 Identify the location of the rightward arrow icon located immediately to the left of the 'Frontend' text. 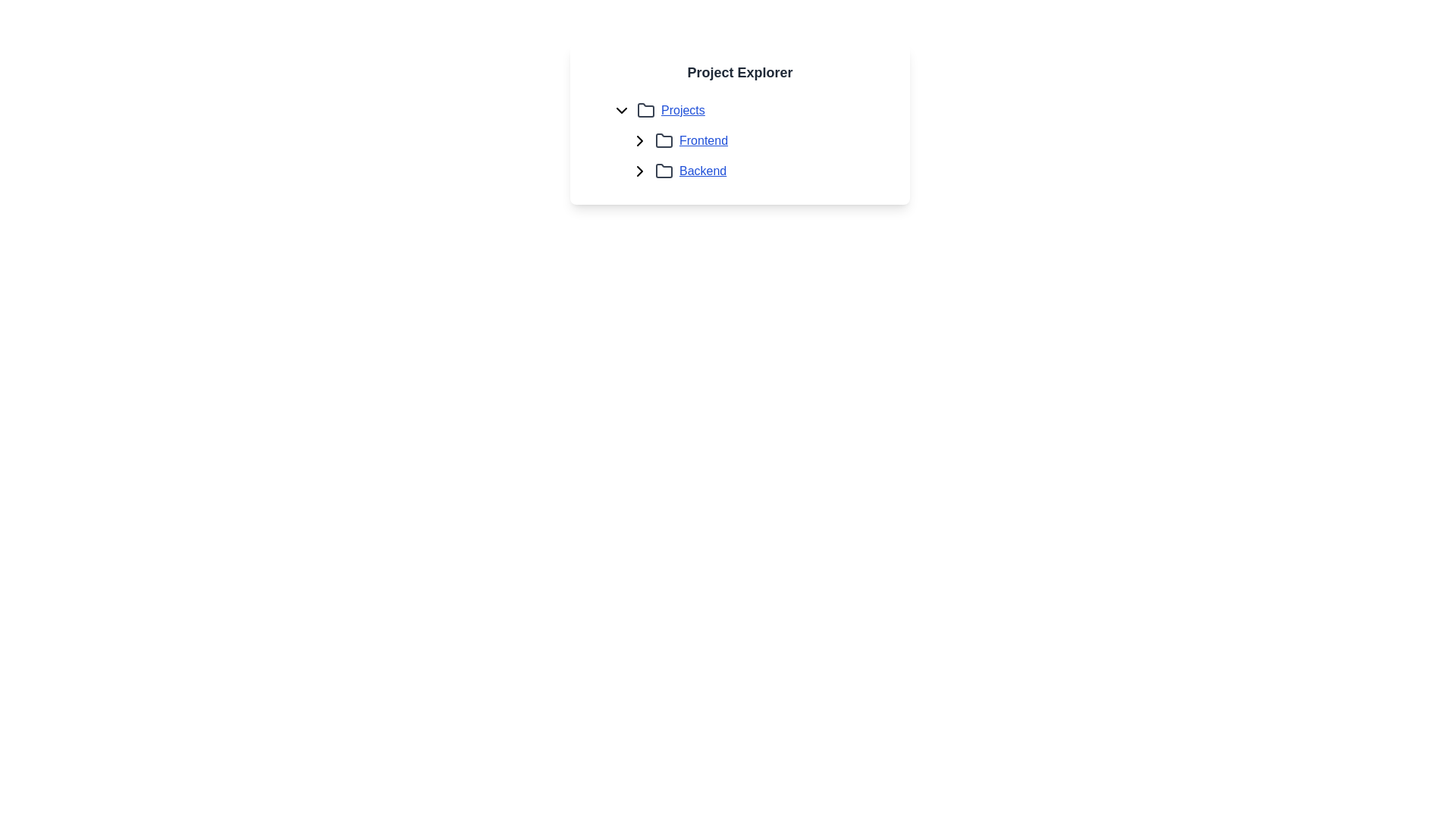
(640, 140).